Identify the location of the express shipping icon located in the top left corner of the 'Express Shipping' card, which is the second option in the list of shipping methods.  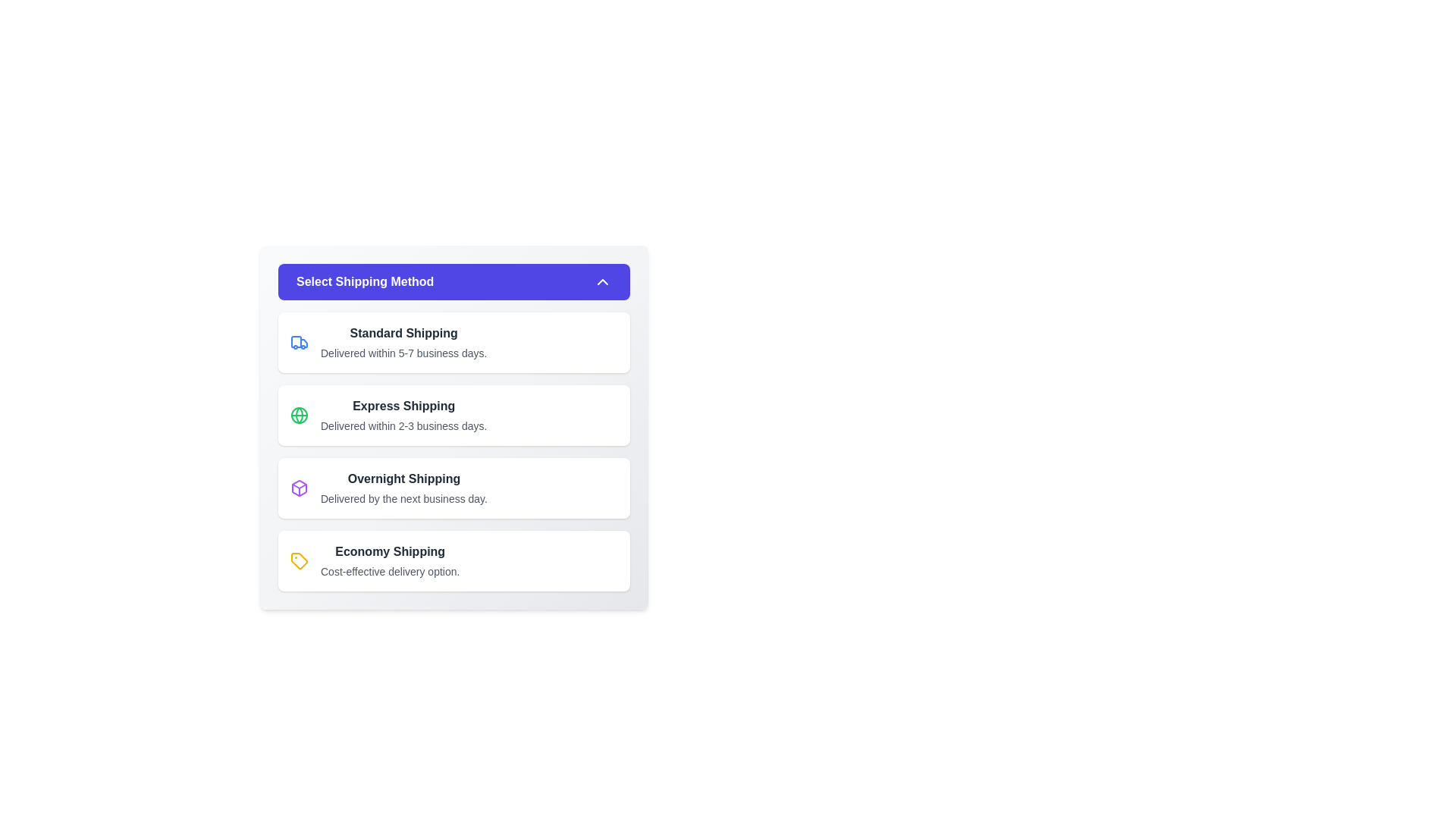
(299, 415).